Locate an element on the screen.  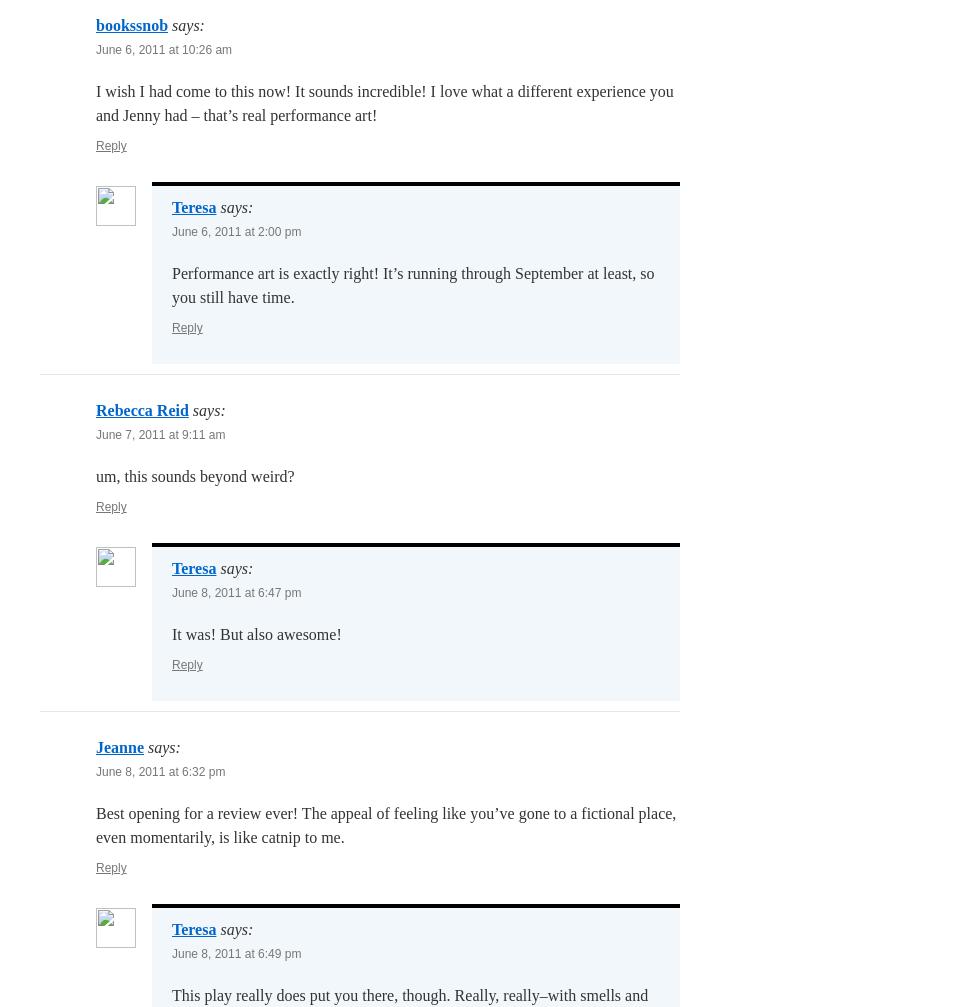
'June 7, 2011 at 9:11 am' is located at coordinates (160, 435).